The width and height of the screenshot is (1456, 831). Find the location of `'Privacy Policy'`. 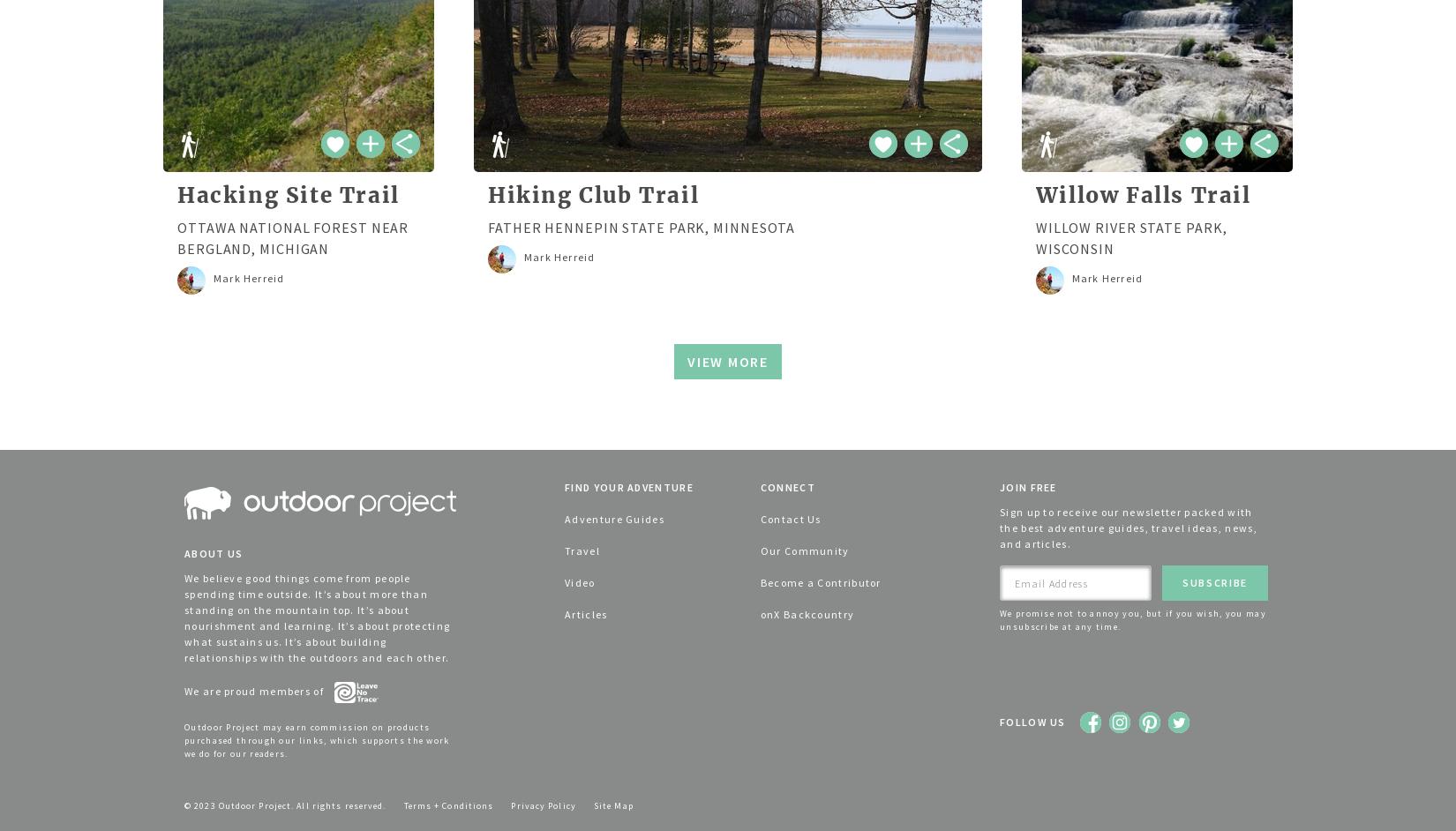

'Privacy Policy' is located at coordinates (542, 804).